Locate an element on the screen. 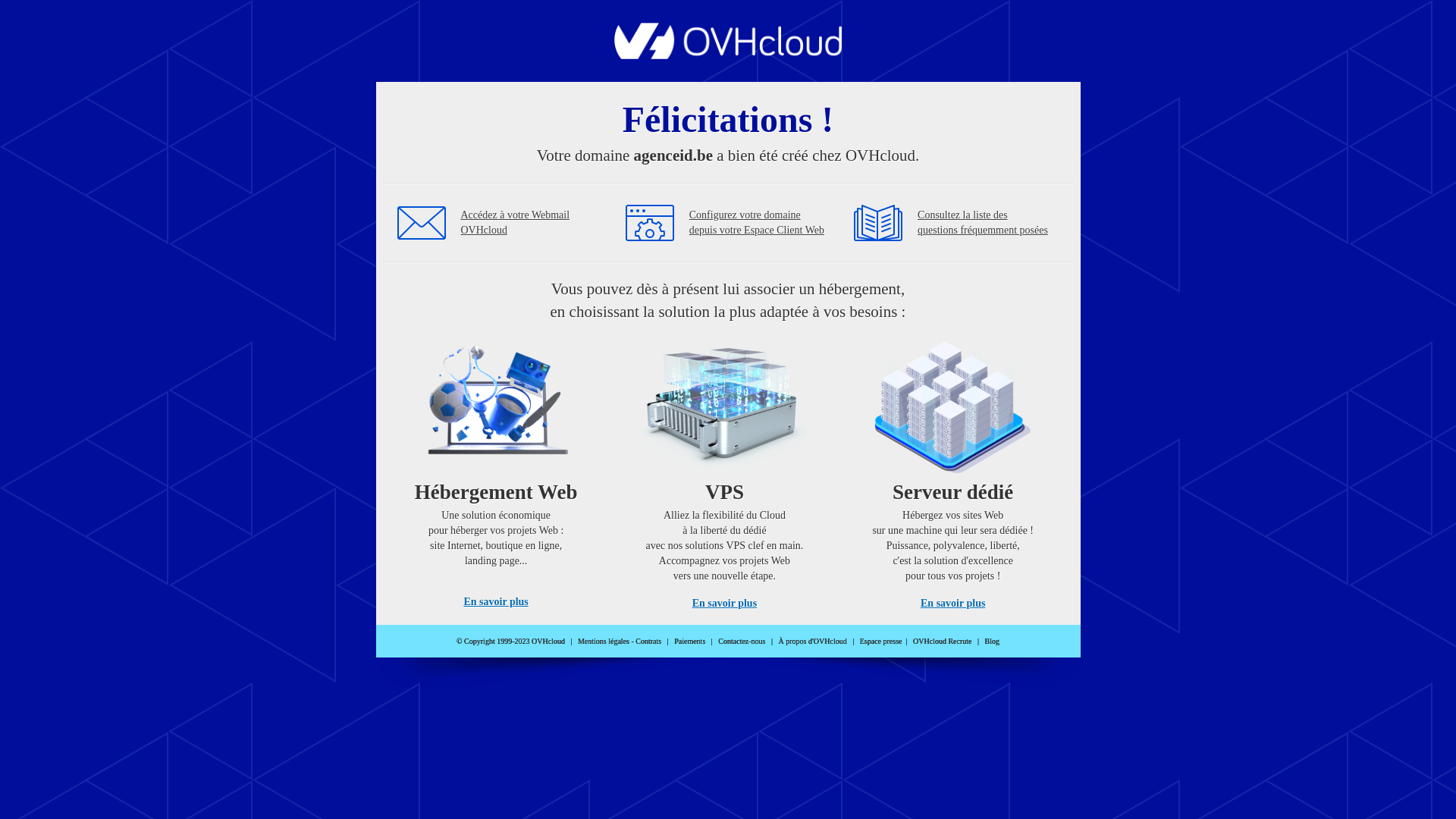 This screenshot has height=819, width=1456. 'Blog' is located at coordinates (985, 641).